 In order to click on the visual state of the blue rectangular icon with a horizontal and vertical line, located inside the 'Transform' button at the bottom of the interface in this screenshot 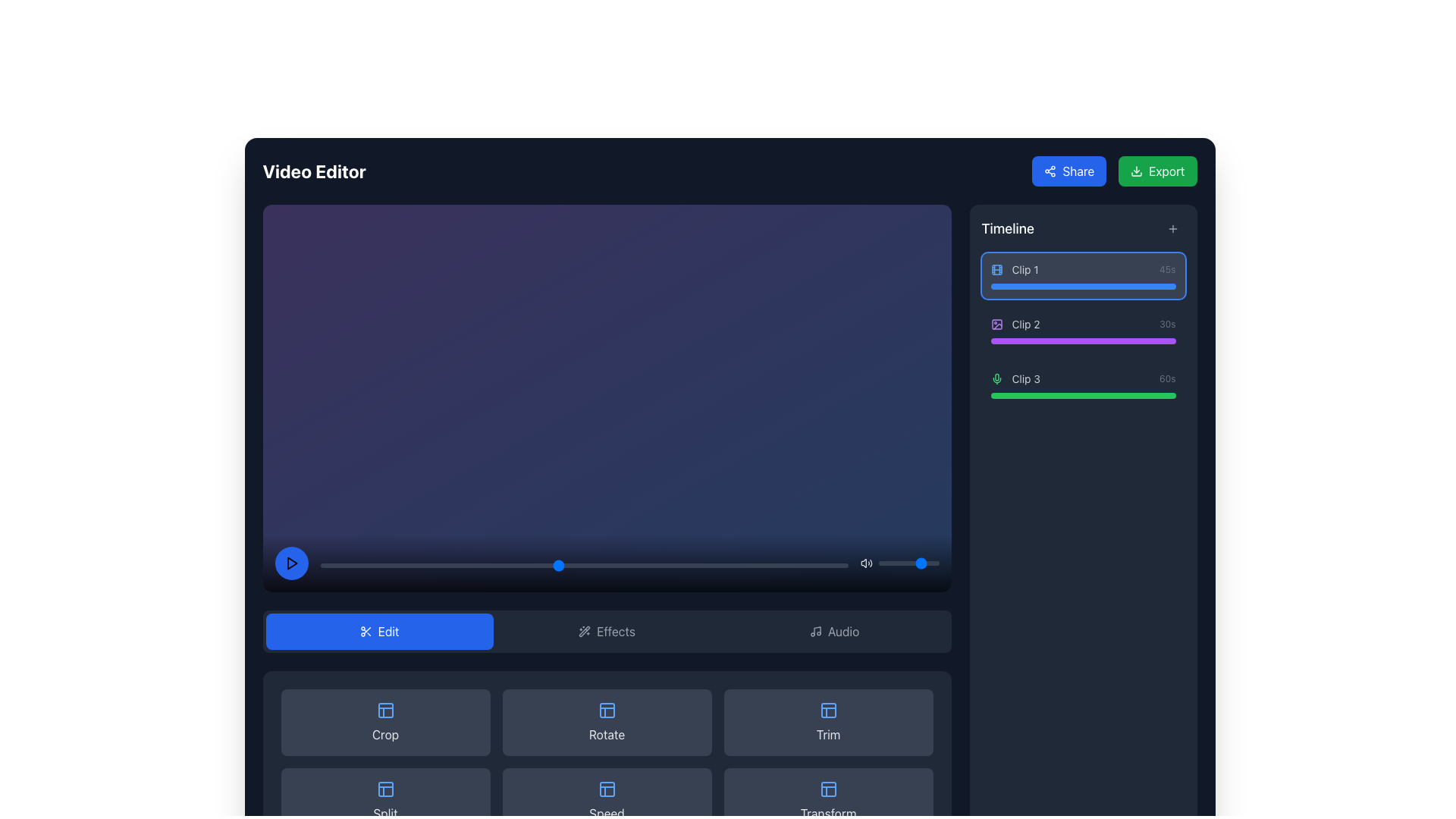, I will do `click(827, 788)`.